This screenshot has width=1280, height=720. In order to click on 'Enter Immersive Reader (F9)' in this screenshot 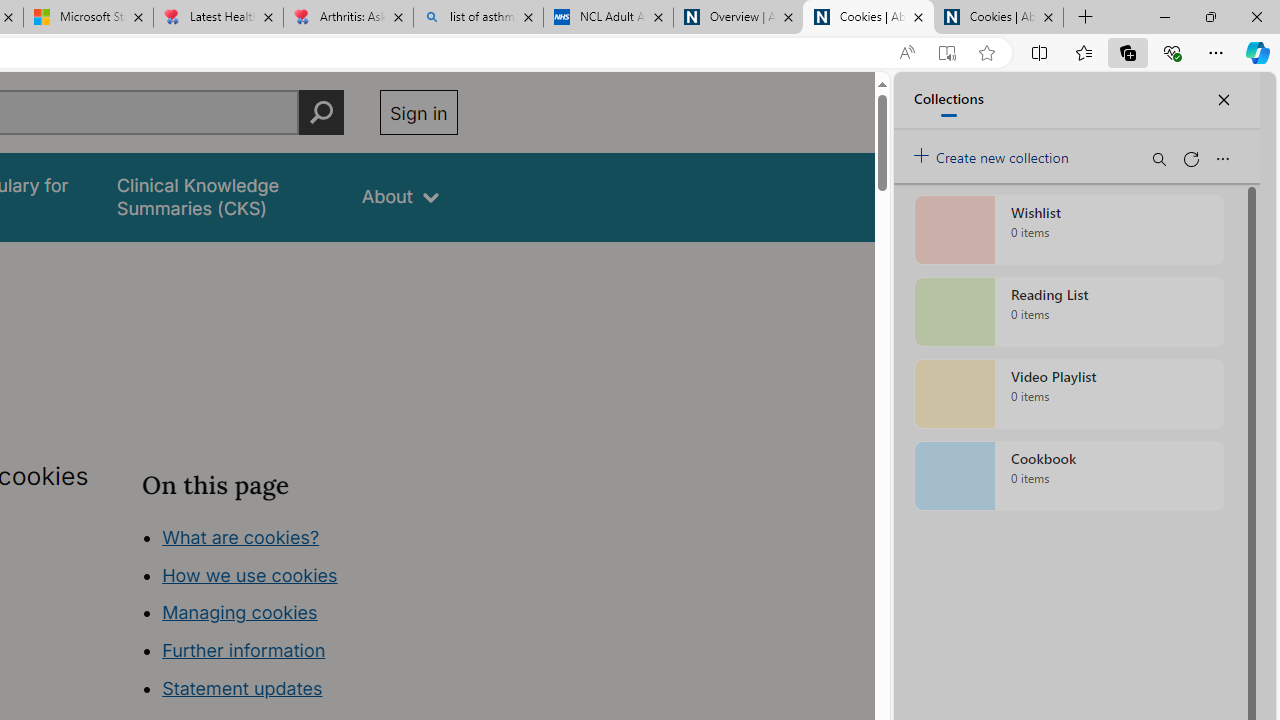, I will do `click(945, 52)`.